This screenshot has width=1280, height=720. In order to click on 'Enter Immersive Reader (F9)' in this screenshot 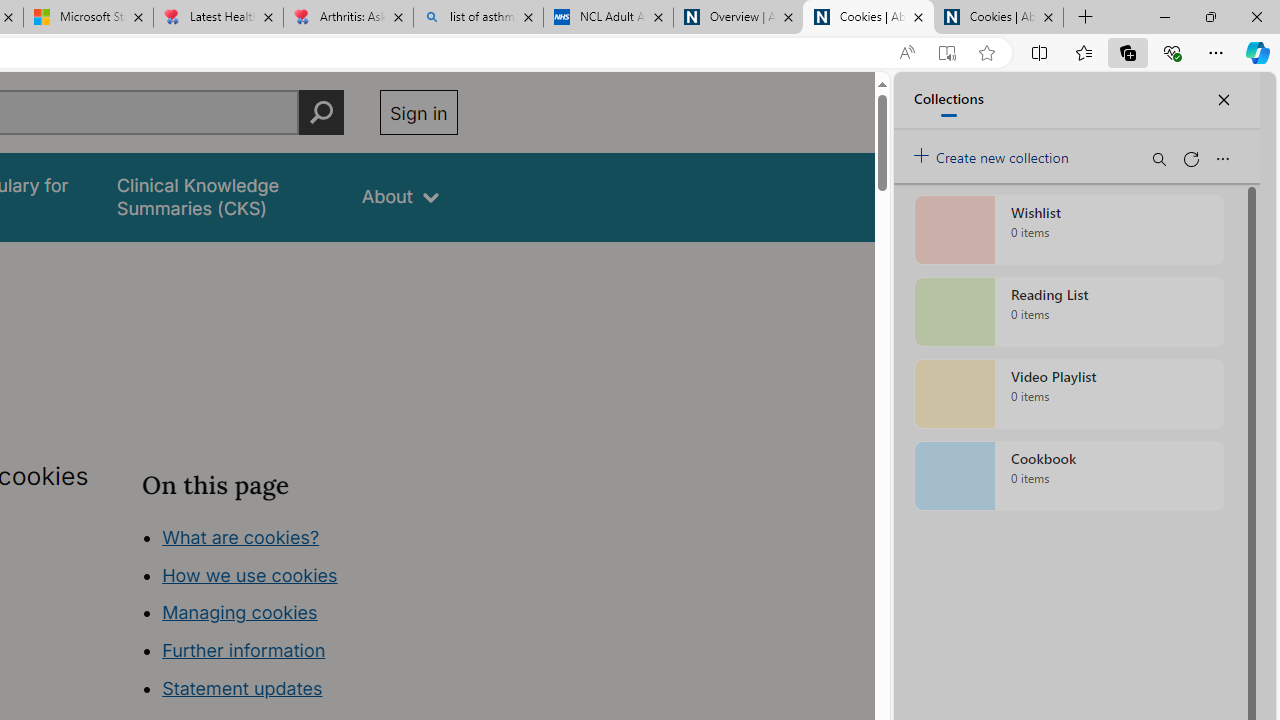, I will do `click(945, 52)`.